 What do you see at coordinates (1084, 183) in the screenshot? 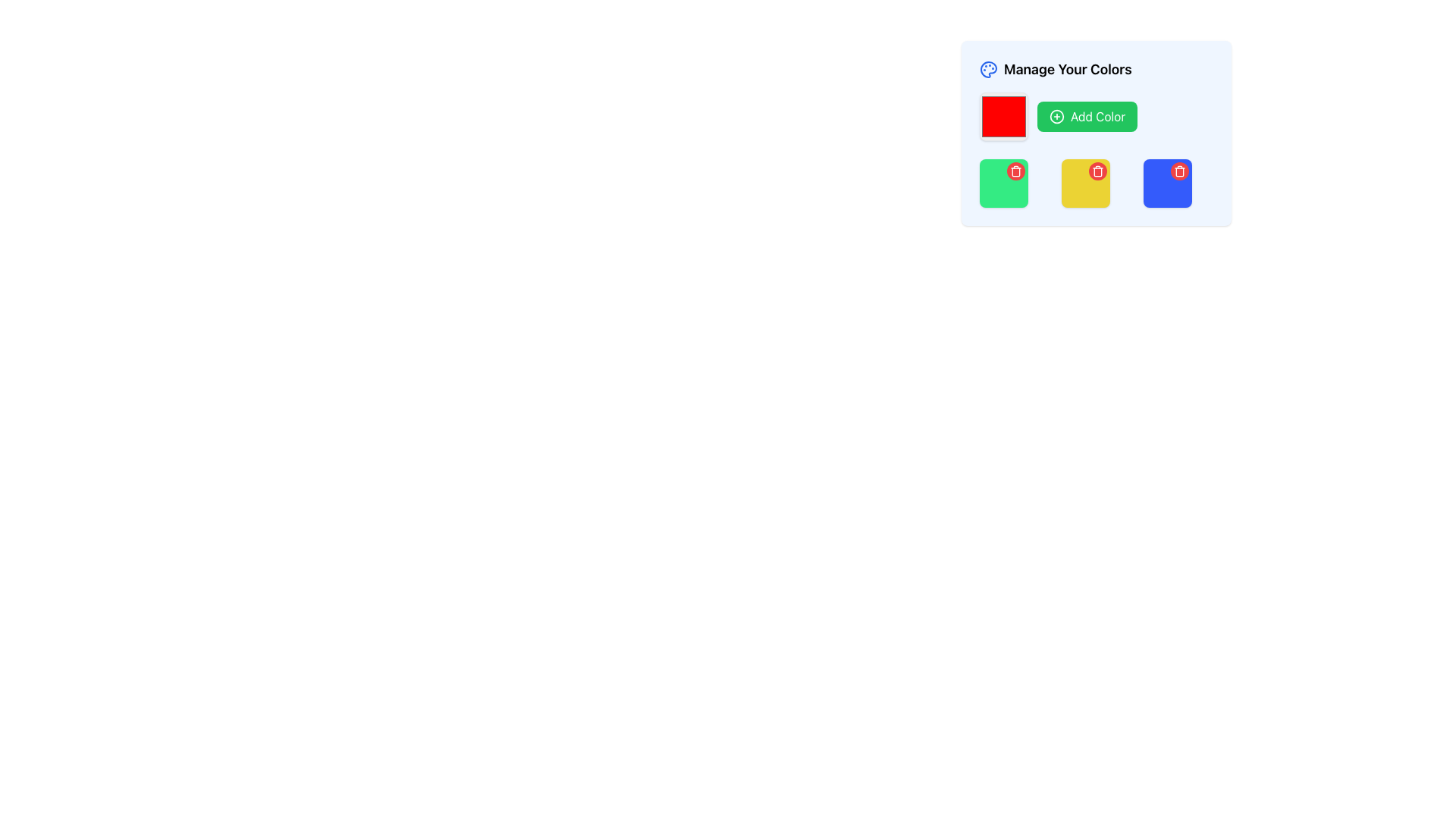
I see `the bright yellow Color preview component with rounded corners that contains a circular red delete button` at bounding box center [1084, 183].